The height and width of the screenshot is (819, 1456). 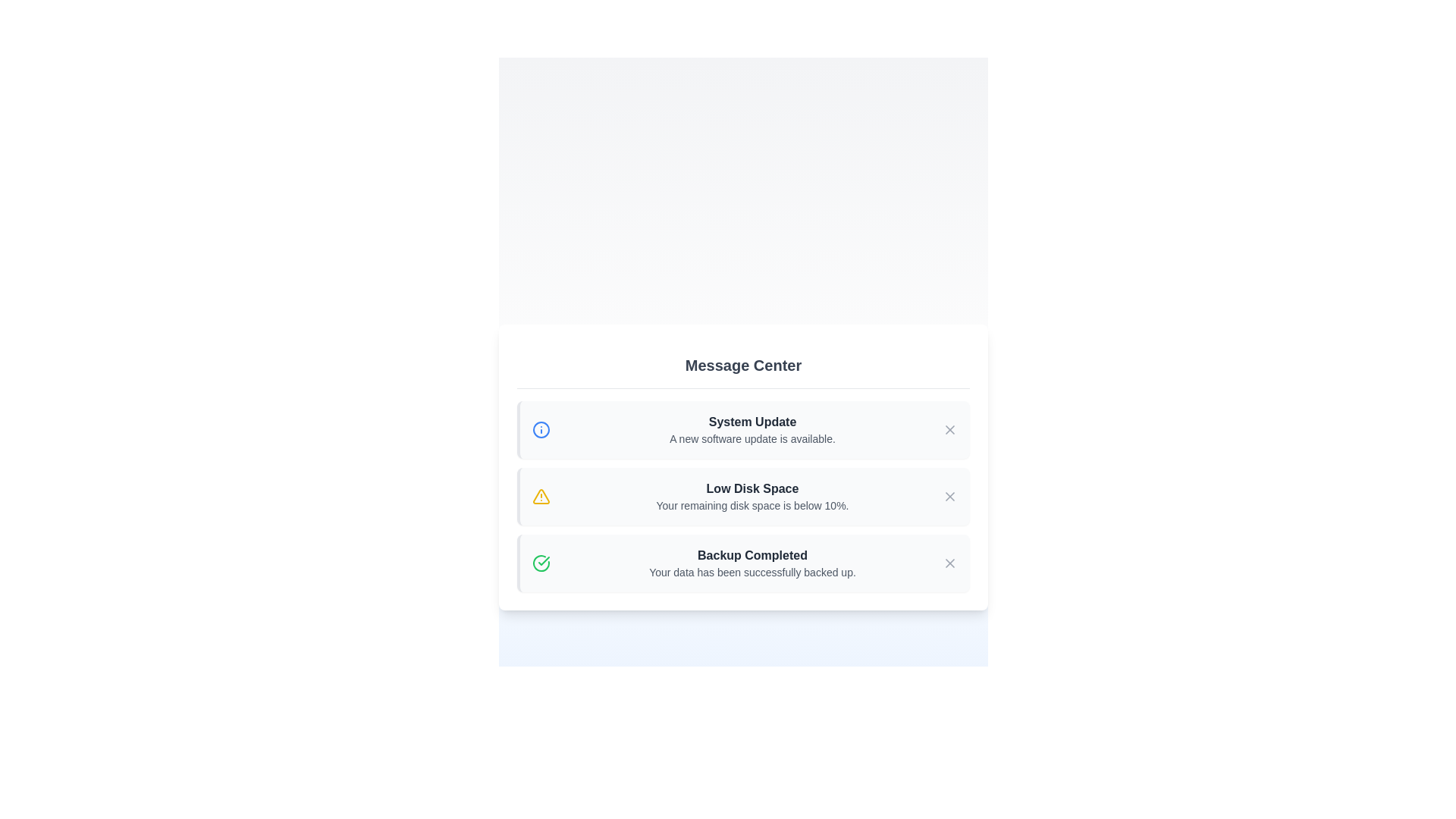 I want to click on the 'X' button located at the top-right corner of the 'Backup Completed' notification card, so click(x=949, y=563).